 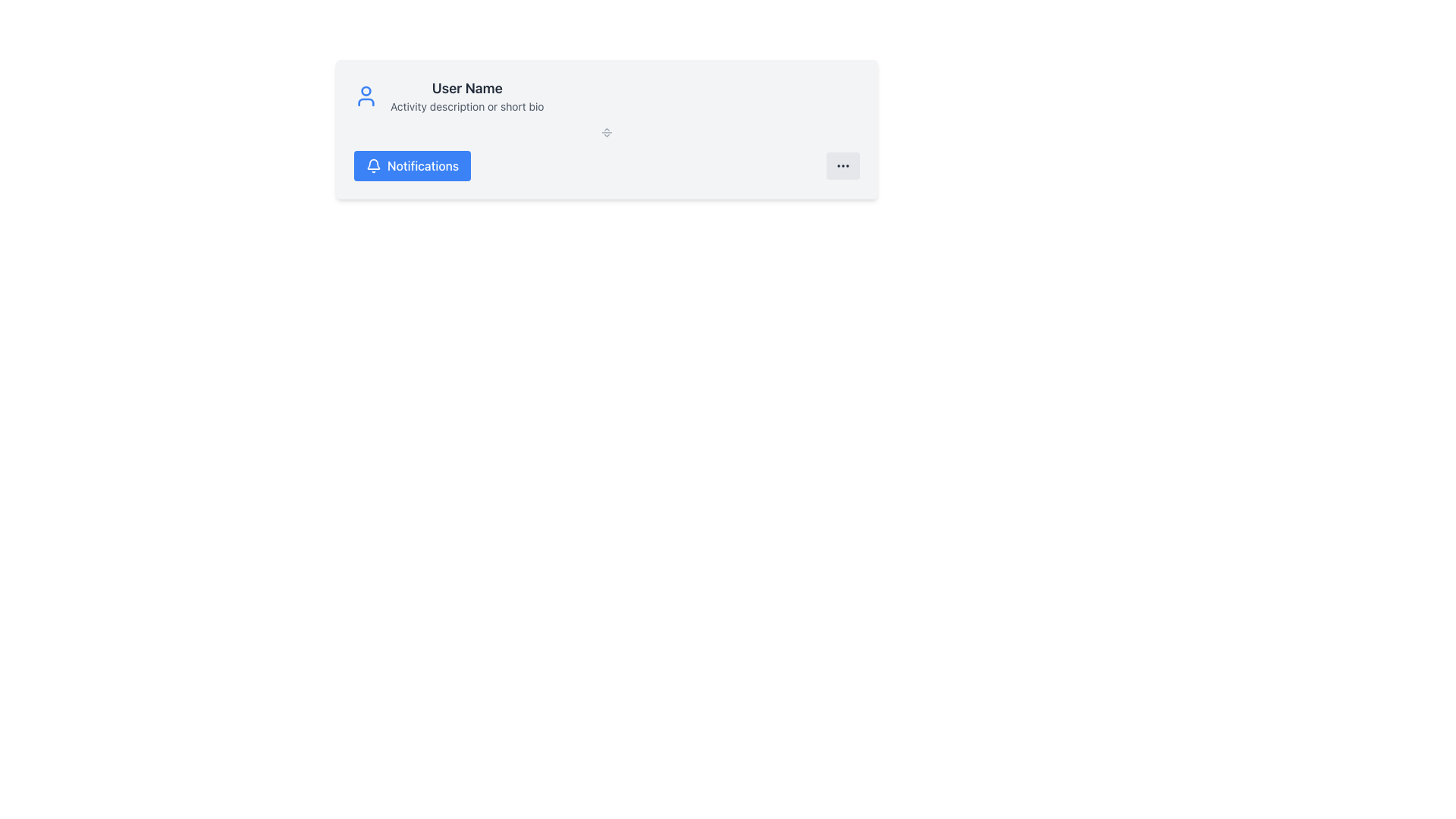 I want to click on the button in the top-right corner of the Notifications section, so click(x=843, y=166).